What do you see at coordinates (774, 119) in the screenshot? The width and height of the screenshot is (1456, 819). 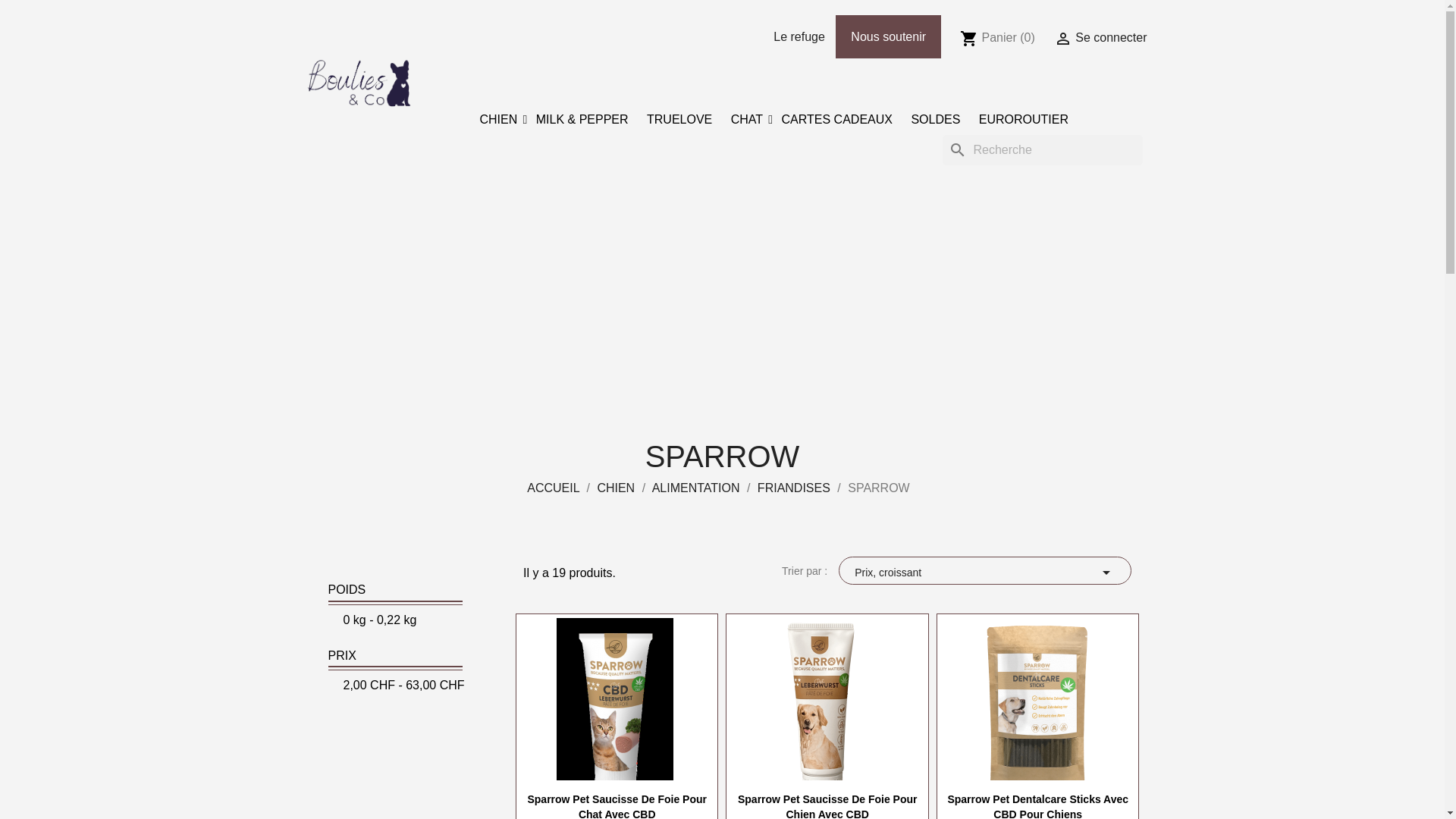 I see `'CARTES CADEAUX'` at bounding box center [774, 119].